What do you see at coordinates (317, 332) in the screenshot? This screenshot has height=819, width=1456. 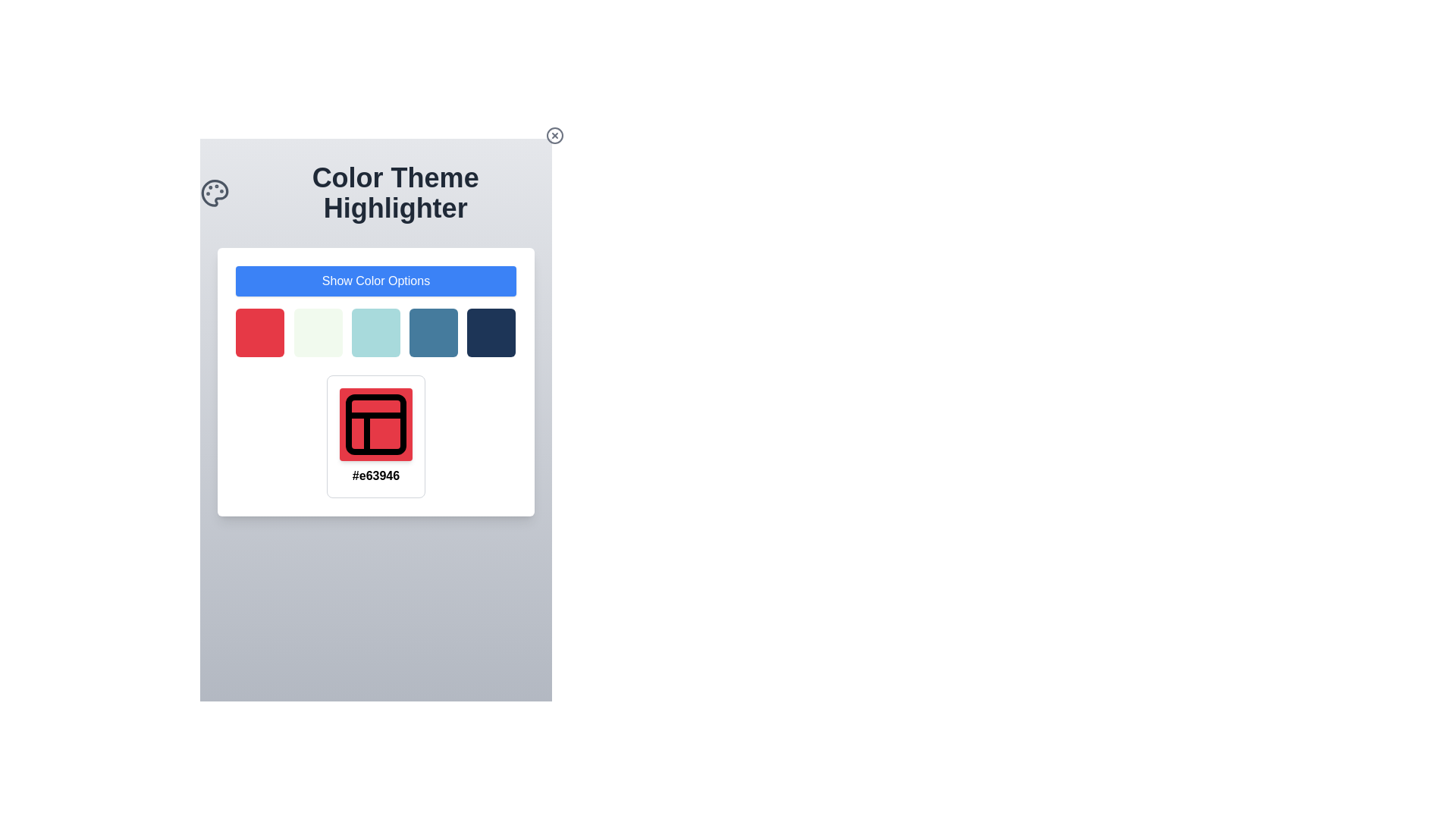 I see `the interactive rectangular tile, which is the second tile from the left in a row of five tiles` at bounding box center [317, 332].